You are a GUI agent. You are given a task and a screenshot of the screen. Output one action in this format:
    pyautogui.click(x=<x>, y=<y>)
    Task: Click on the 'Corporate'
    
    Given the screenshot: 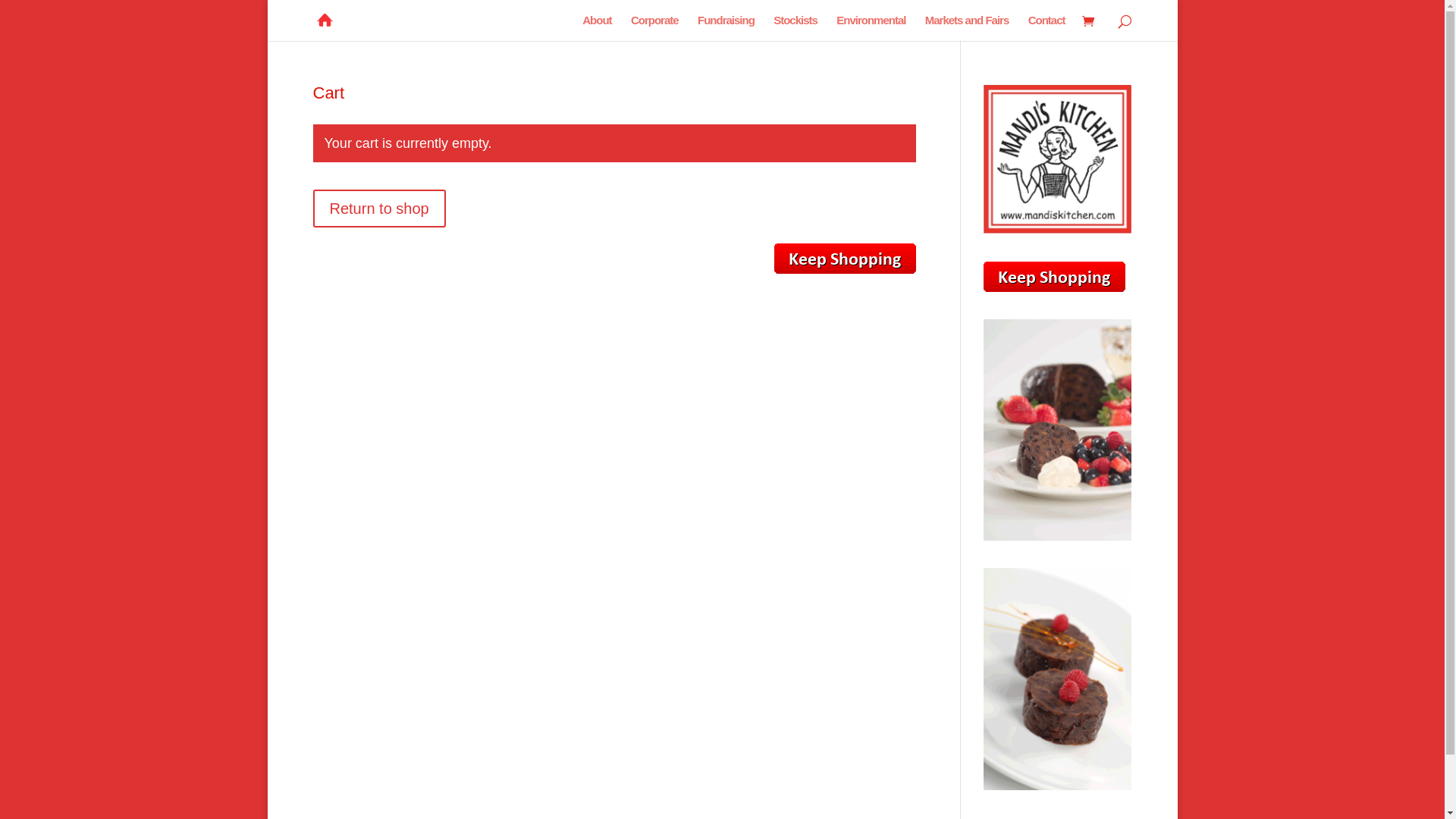 What is the action you would take?
    pyautogui.click(x=654, y=28)
    